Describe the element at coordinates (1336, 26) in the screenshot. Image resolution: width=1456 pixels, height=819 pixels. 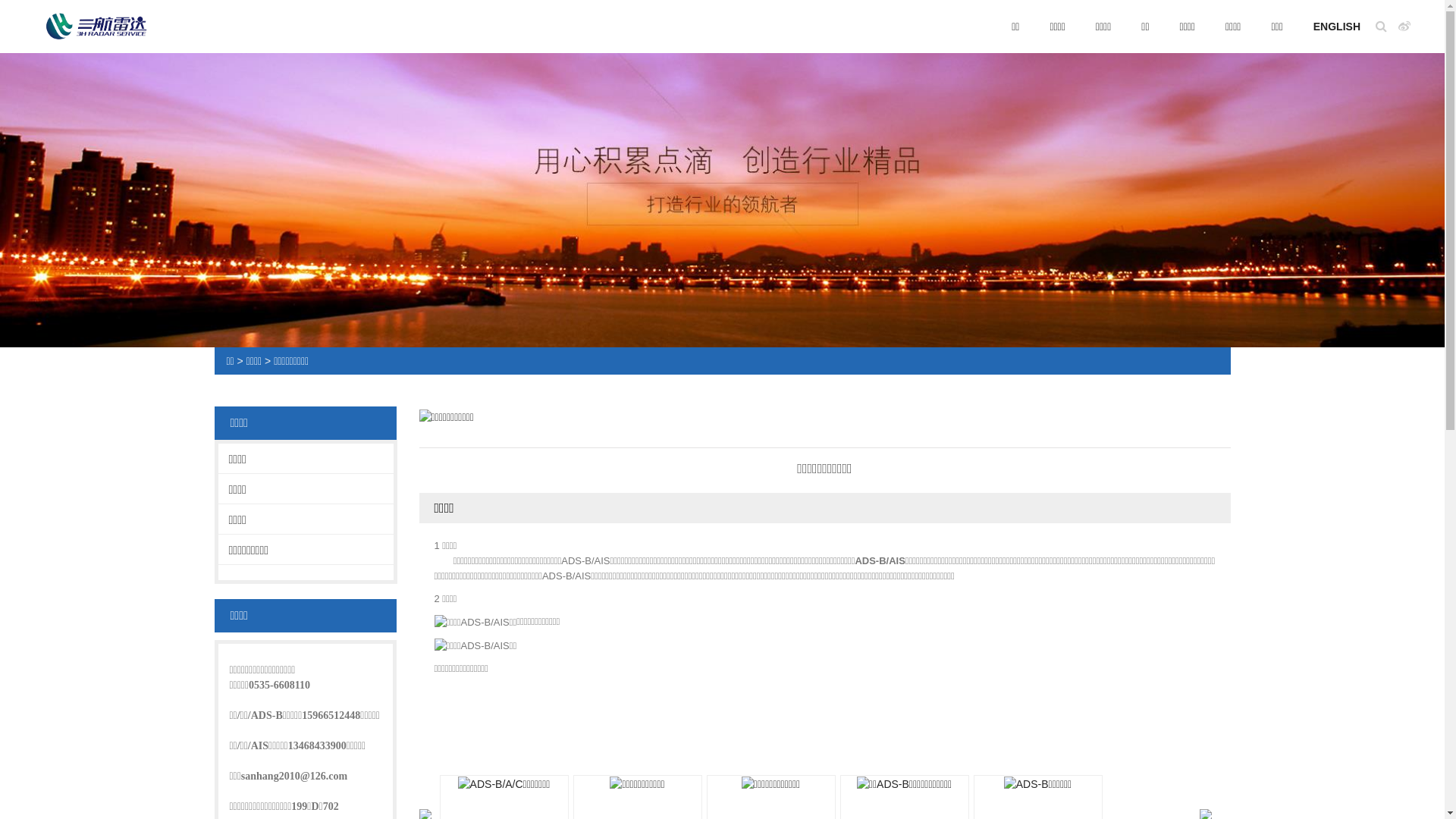
I see `'ENGLISH'` at that location.